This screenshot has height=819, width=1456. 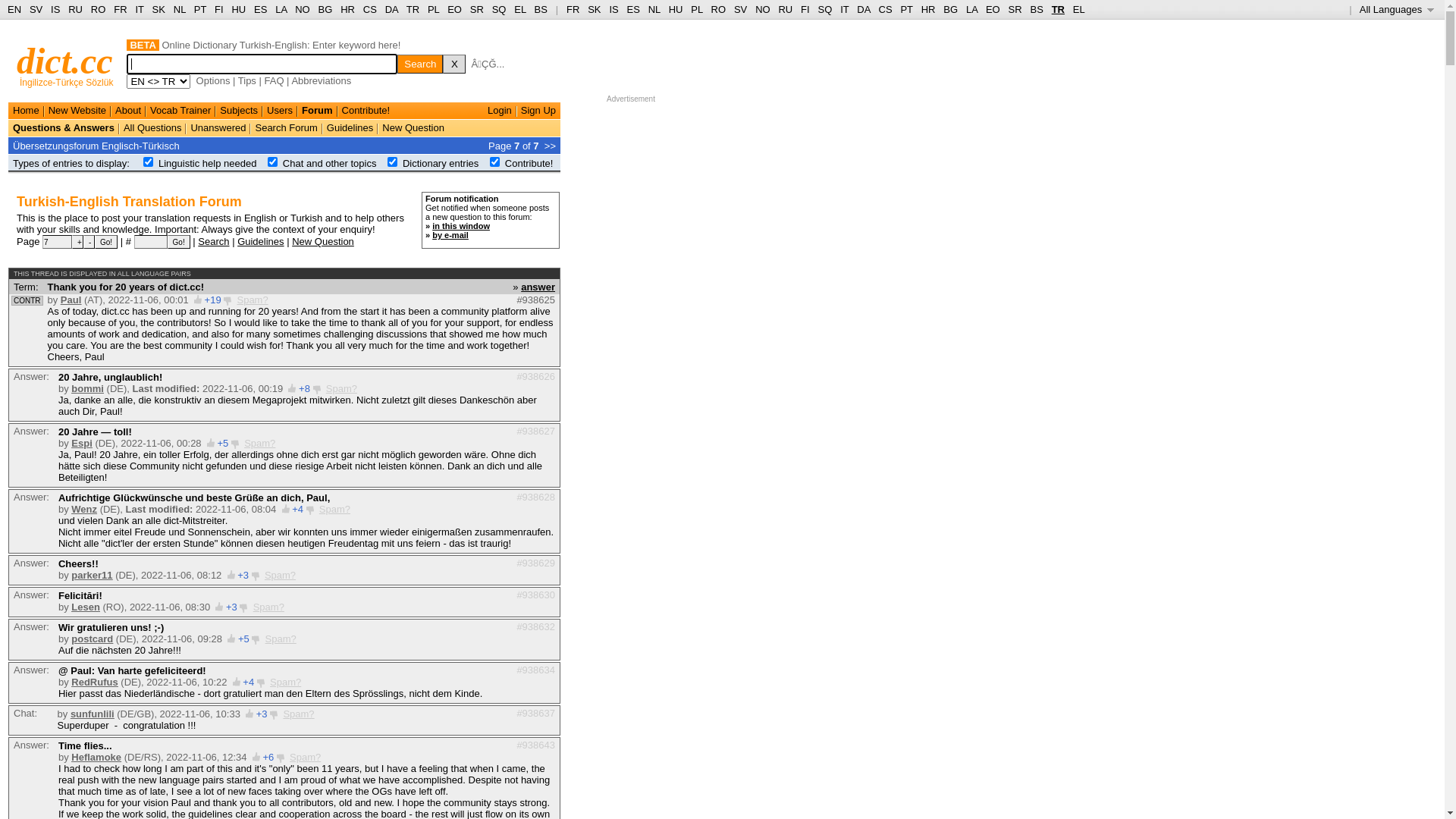 I want to click on 'IS', so click(x=55, y=9).